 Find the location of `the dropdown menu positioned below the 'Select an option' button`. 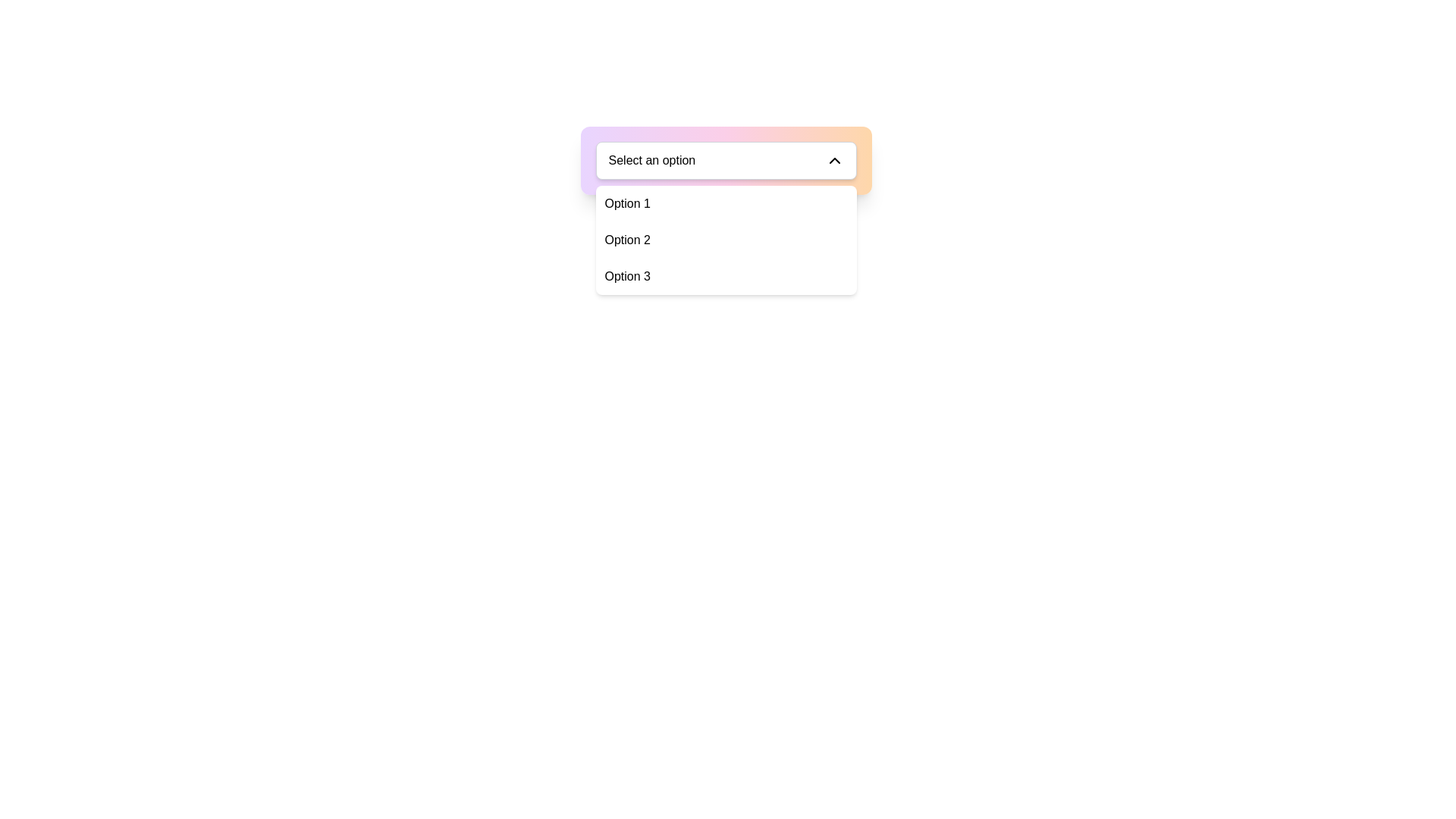

the dropdown menu positioned below the 'Select an option' button is located at coordinates (725, 239).